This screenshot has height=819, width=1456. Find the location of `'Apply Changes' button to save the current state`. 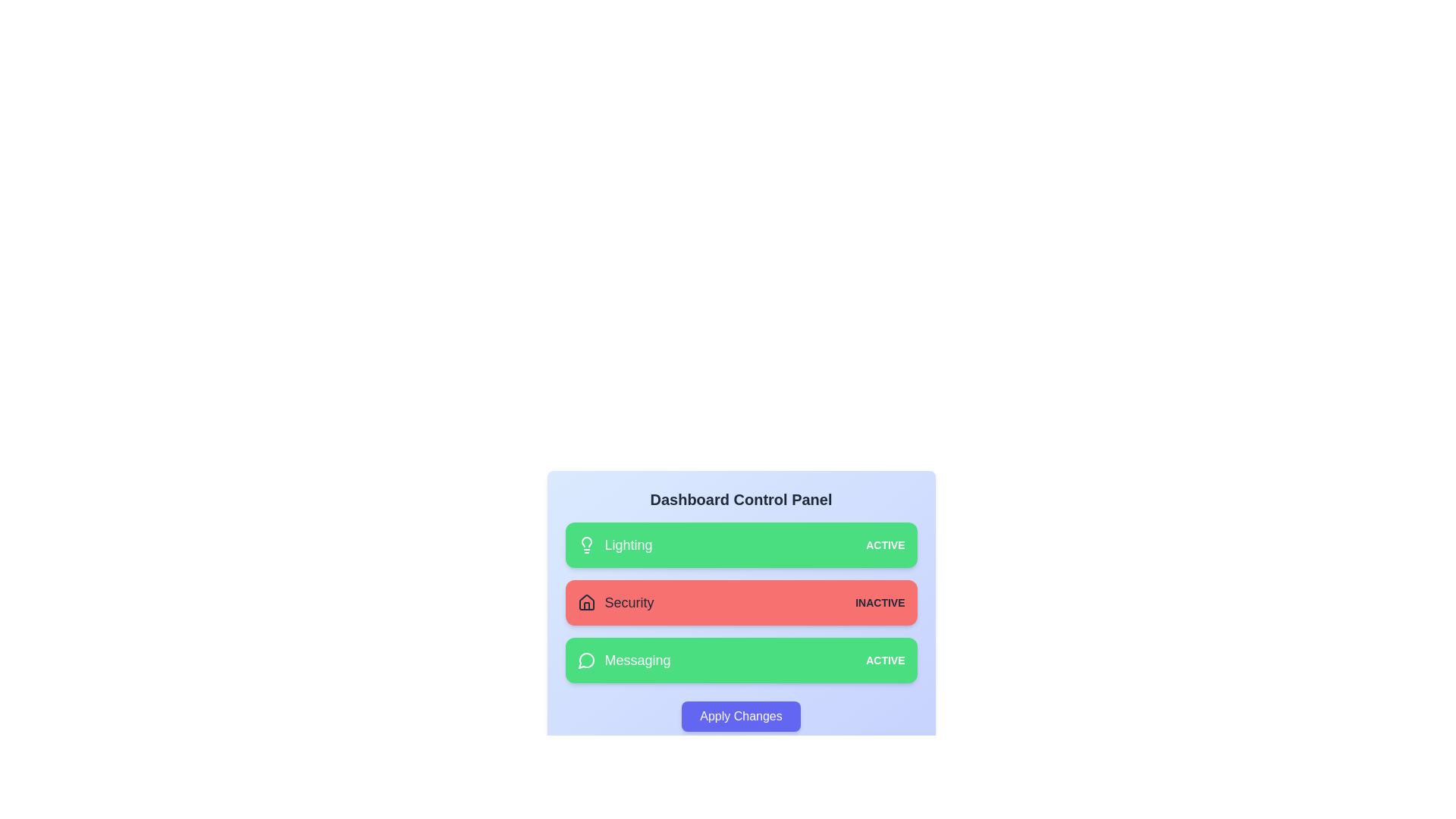

'Apply Changes' button to save the current state is located at coordinates (741, 717).